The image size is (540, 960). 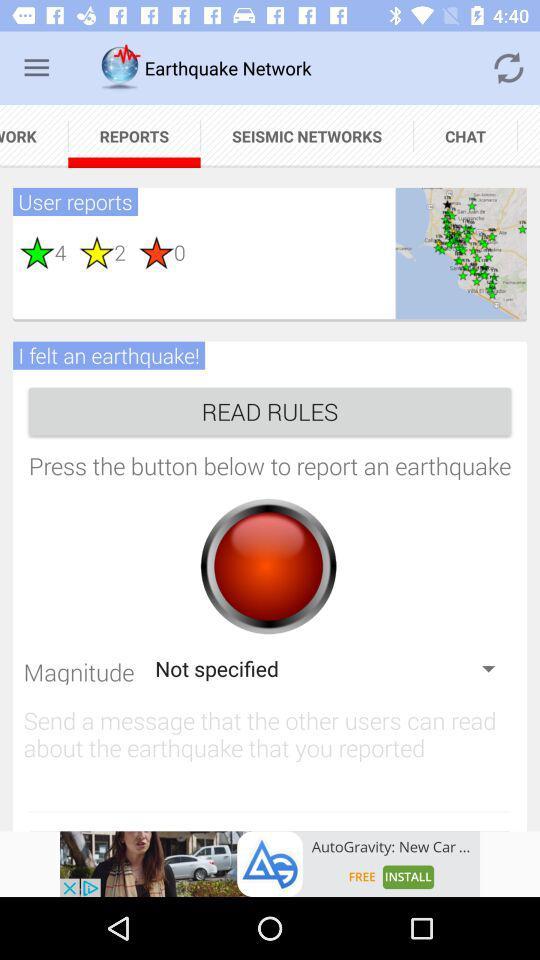 What do you see at coordinates (89, 251) in the screenshot?
I see `the second star below the user reports` at bounding box center [89, 251].